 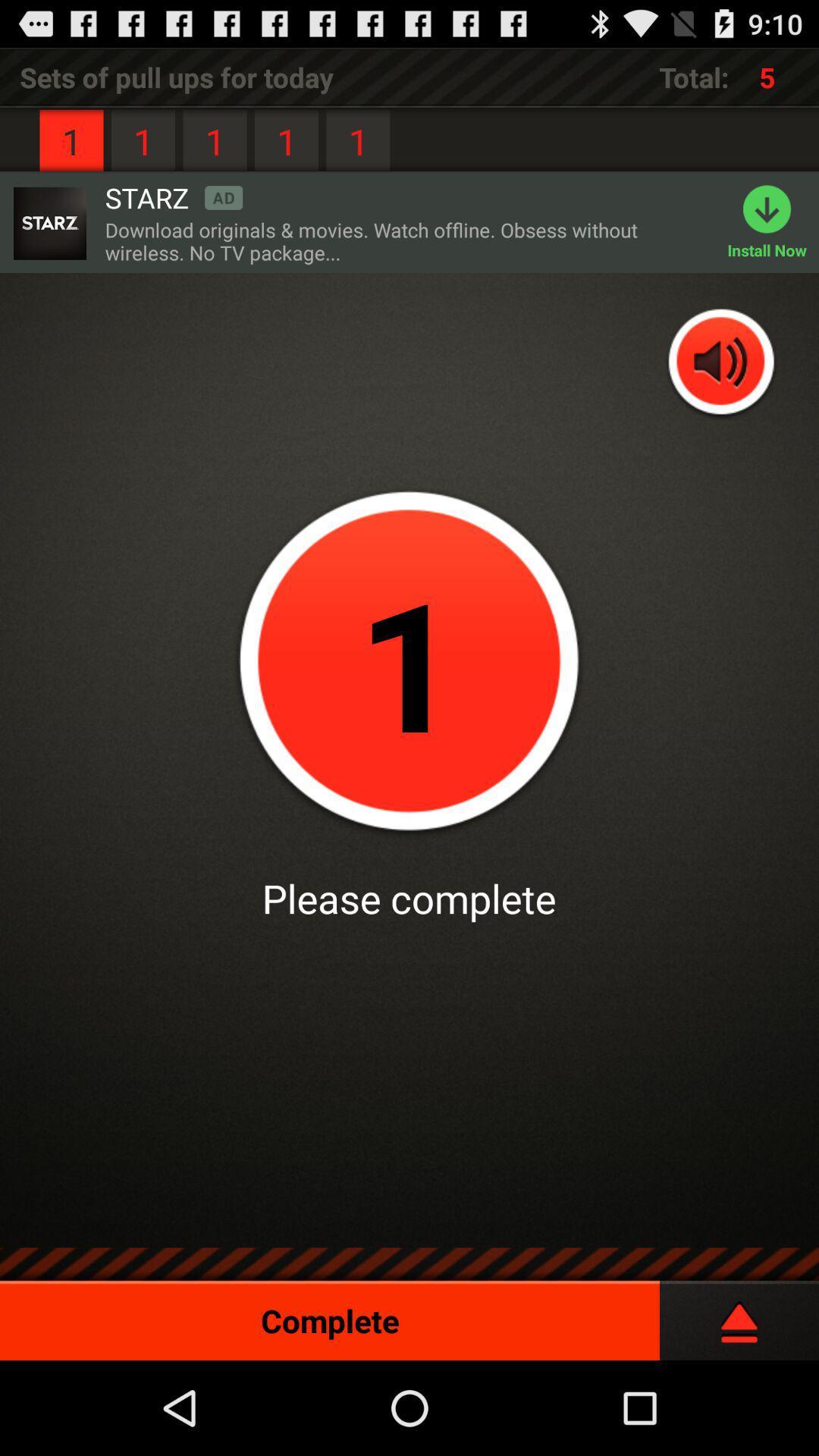 I want to click on sound, so click(x=721, y=362).